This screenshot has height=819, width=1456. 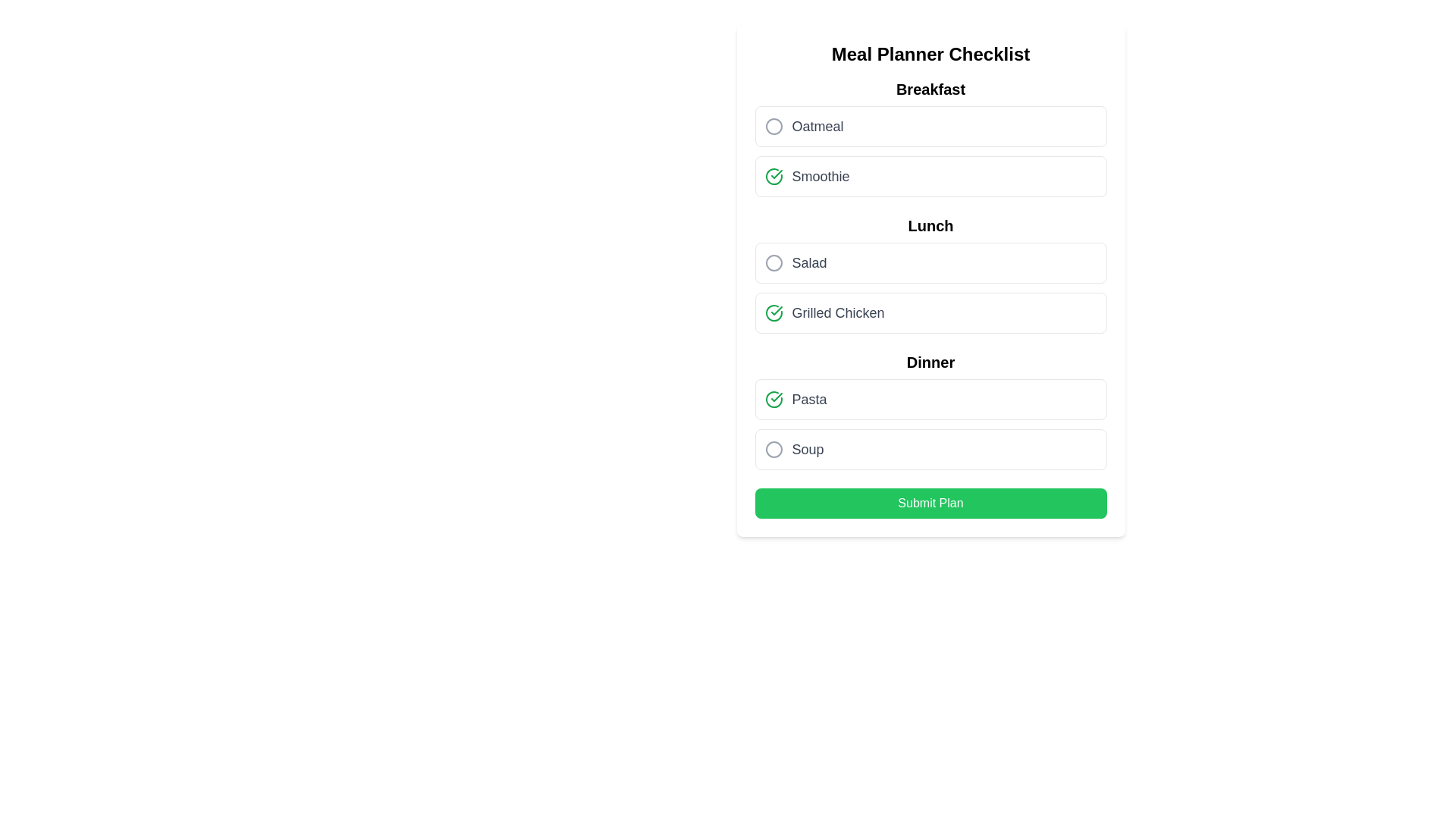 I want to click on the 'Oatmeal' text label, which is the first option under the 'Breakfast' section in the meal planner checklist, so click(x=817, y=125).